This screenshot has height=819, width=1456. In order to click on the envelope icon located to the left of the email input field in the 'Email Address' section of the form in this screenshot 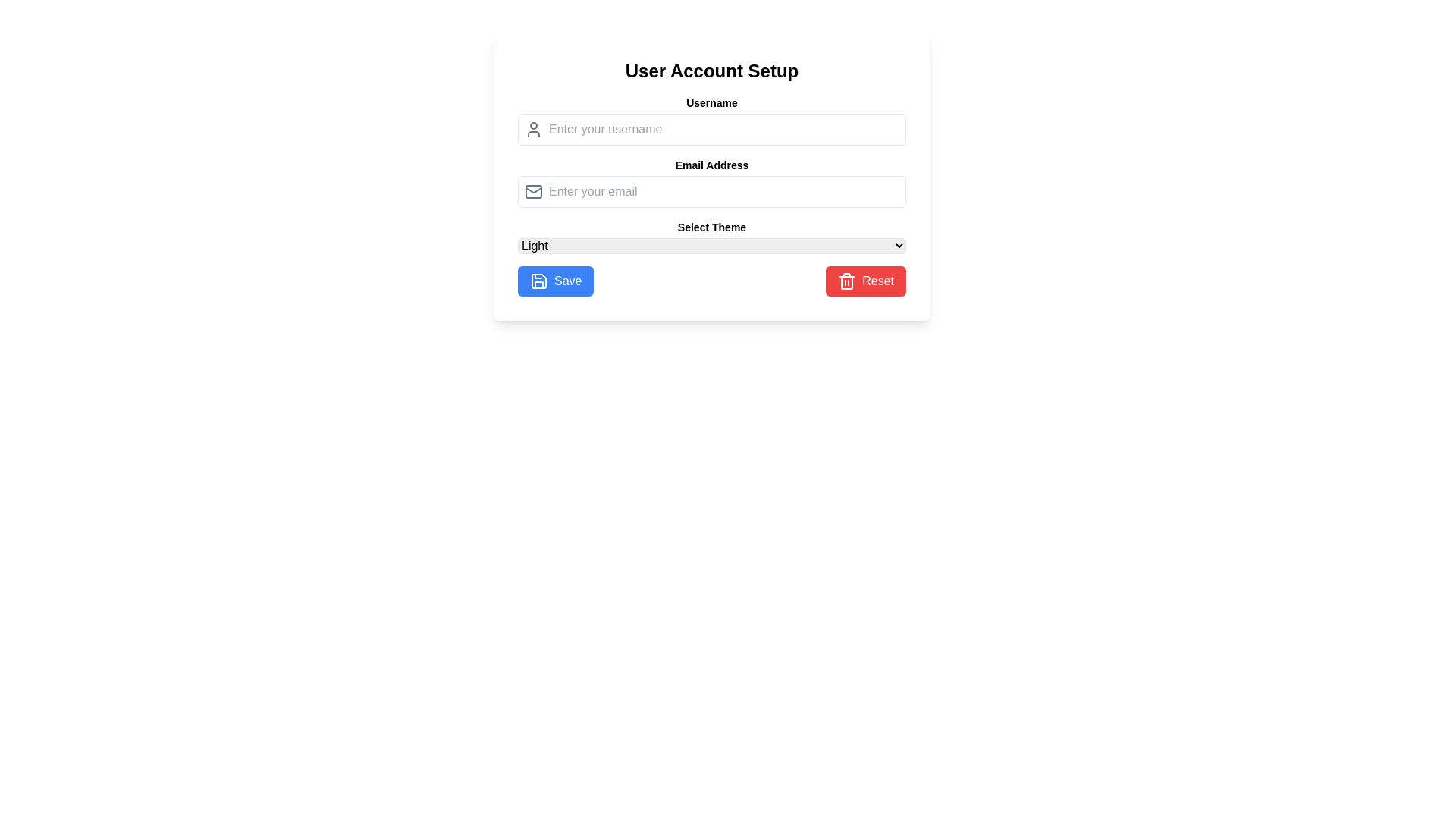, I will do `click(534, 191)`.